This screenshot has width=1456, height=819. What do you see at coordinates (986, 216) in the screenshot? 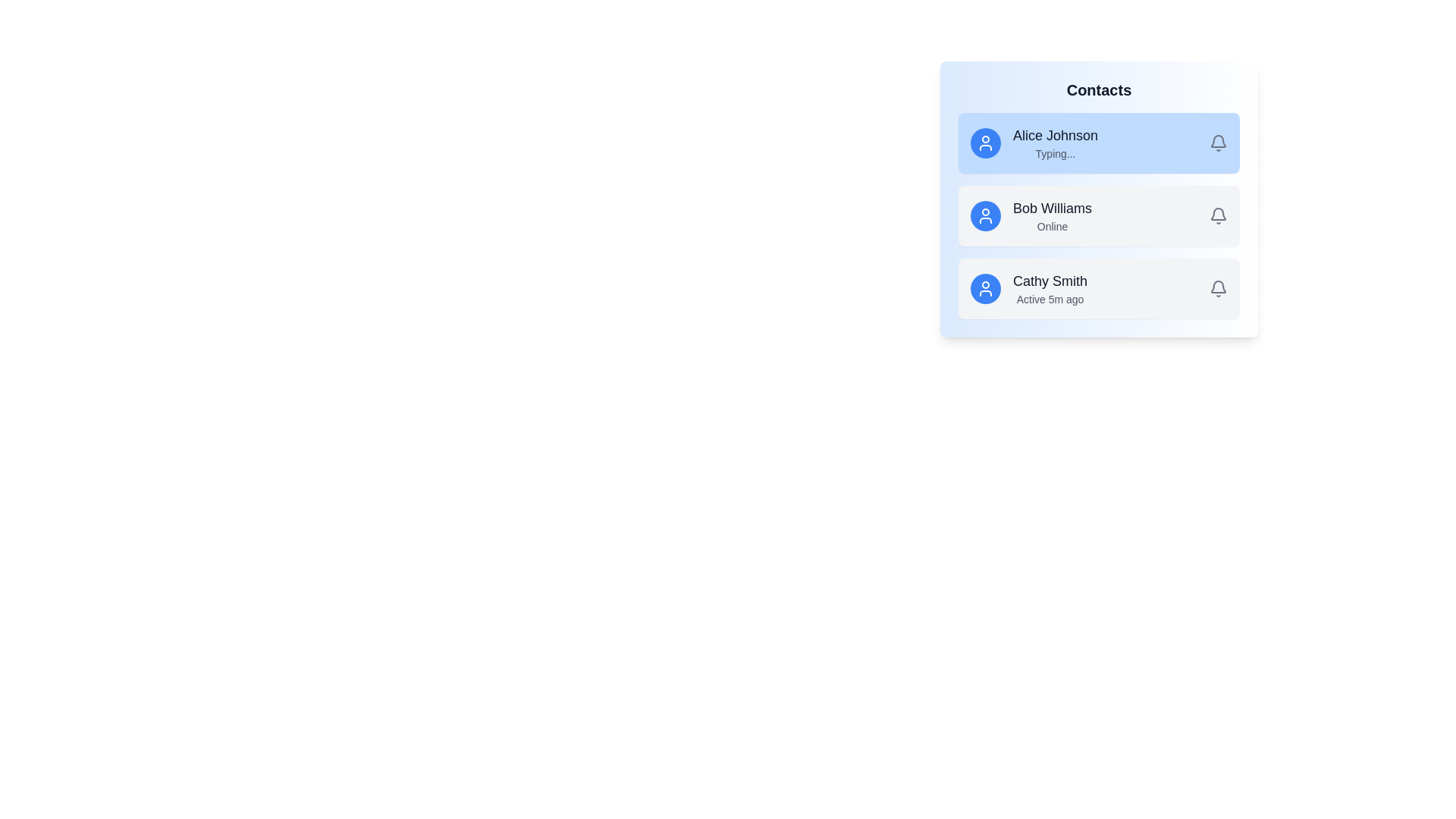
I see `the user avatar icon, which is a rounded profile silhouette in a circular blue background, located in the second row of the contact list next to 'Bob Williams'` at bounding box center [986, 216].